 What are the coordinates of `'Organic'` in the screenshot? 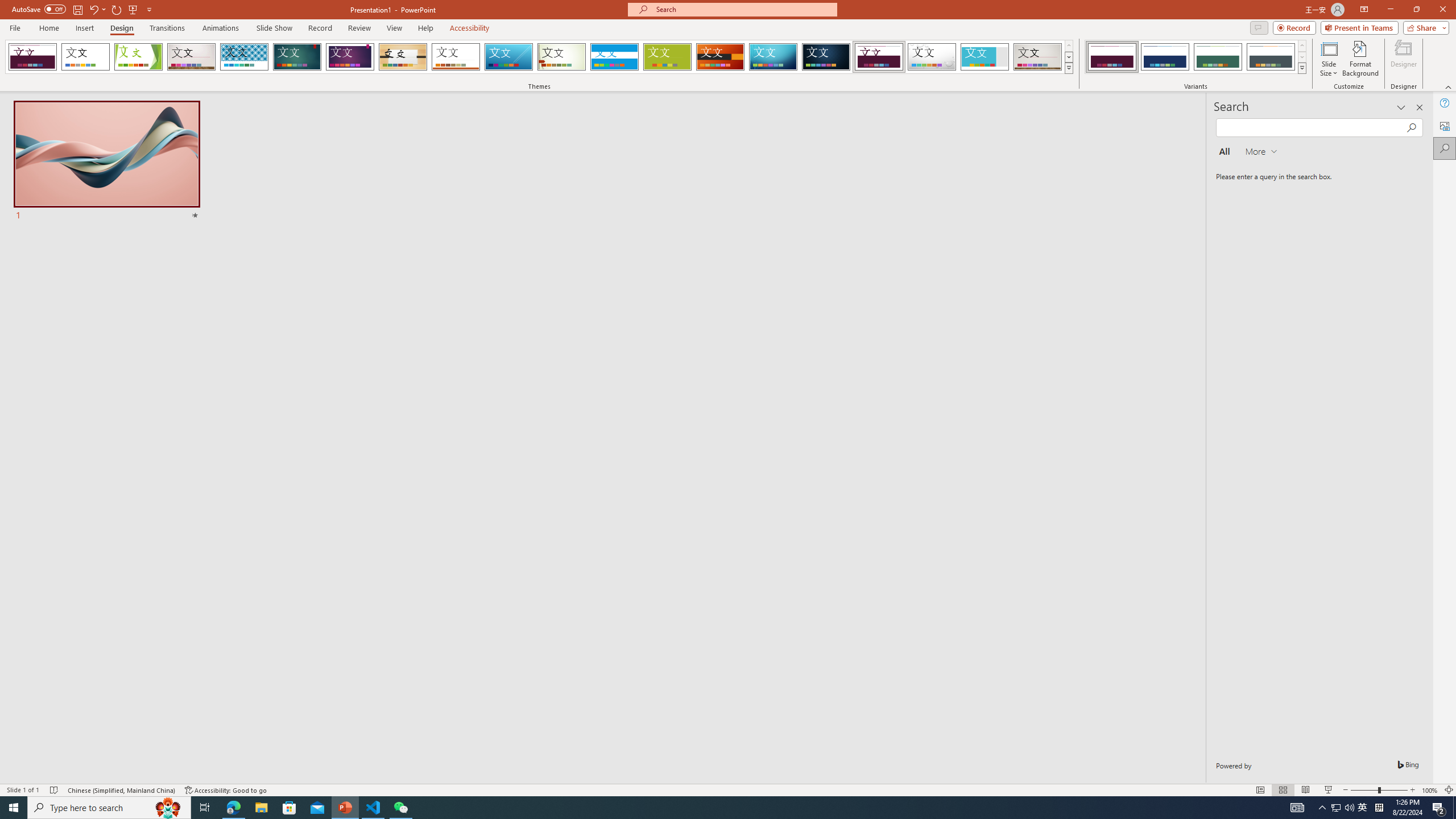 It's located at (403, 56).